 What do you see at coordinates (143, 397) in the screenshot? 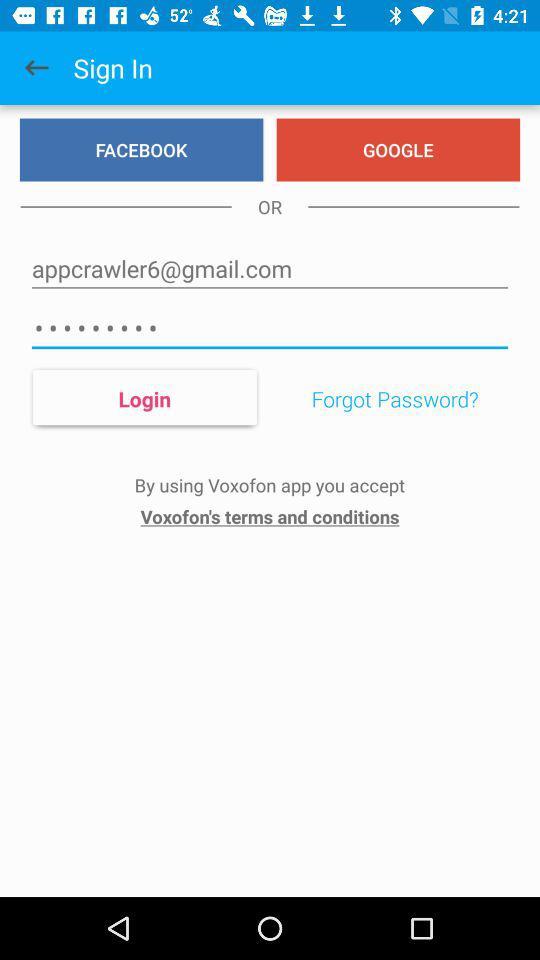
I see `login` at bounding box center [143, 397].